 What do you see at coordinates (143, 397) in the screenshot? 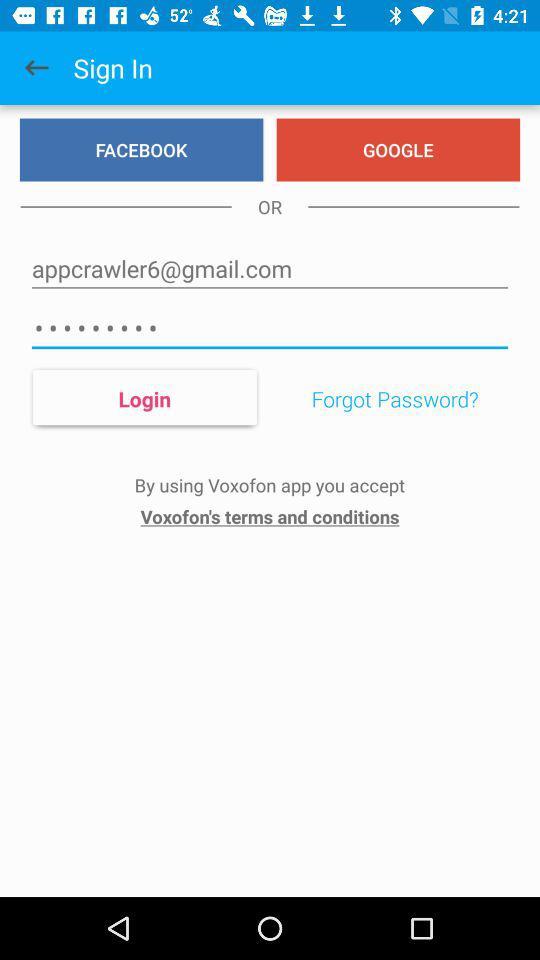
I see `login` at bounding box center [143, 397].